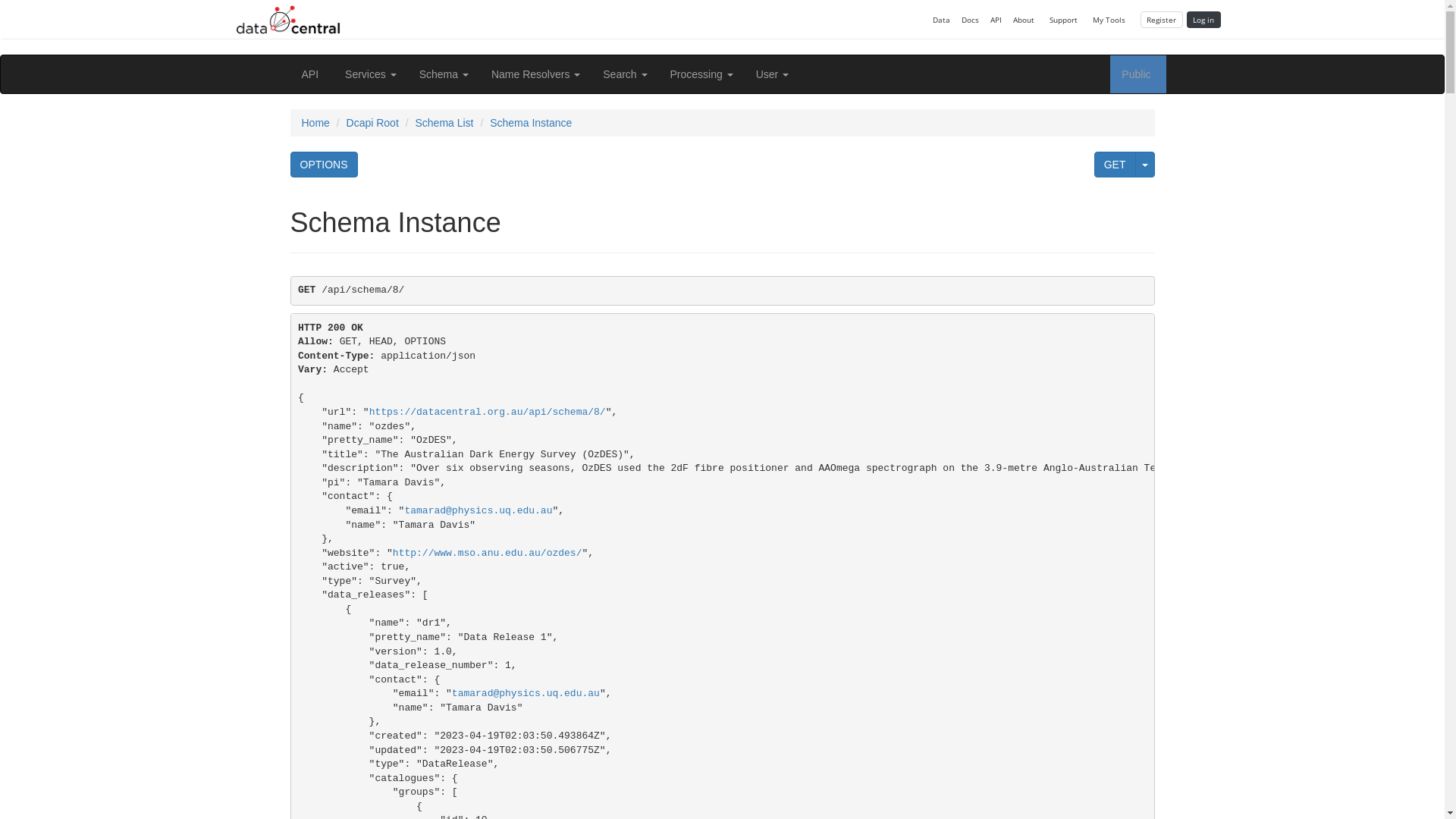 This screenshot has width=1456, height=819. I want to click on 'tamarad@physics.uq.edu.au', so click(403, 510).